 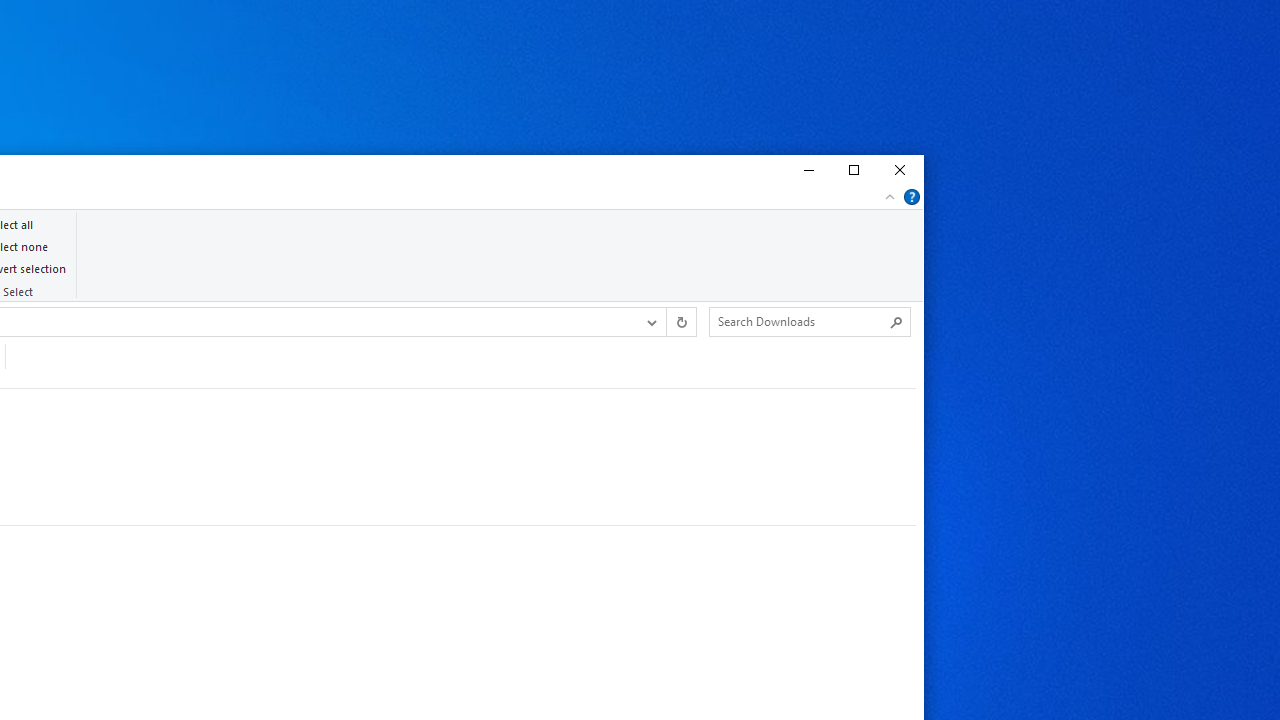 What do you see at coordinates (650, 320) in the screenshot?
I see `'Previous Locations'` at bounding box center [650, 320].